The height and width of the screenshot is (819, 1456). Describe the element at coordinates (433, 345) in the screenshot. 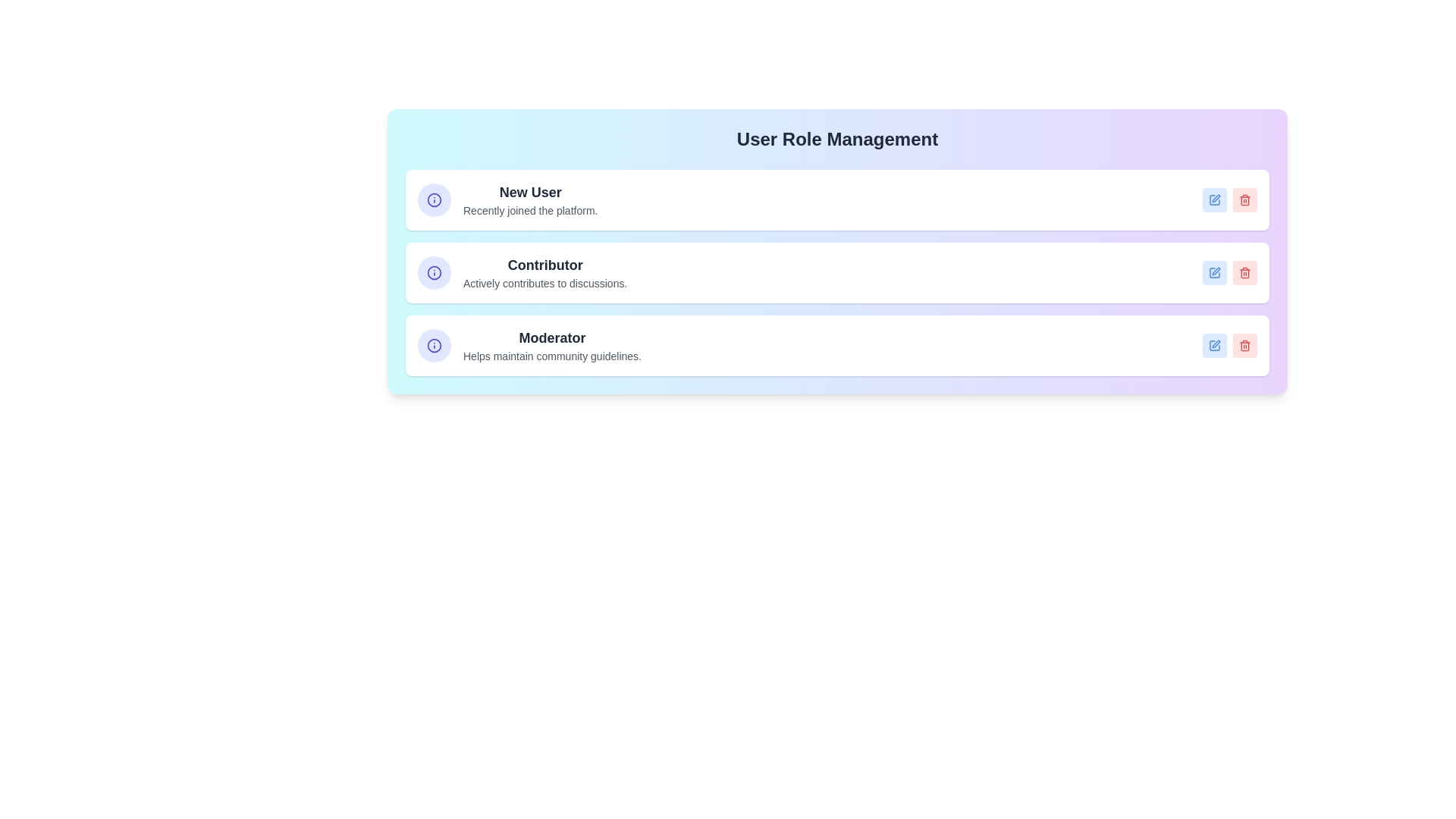

I see `the information icon of the tag labeled 'Moderator'` at that location.